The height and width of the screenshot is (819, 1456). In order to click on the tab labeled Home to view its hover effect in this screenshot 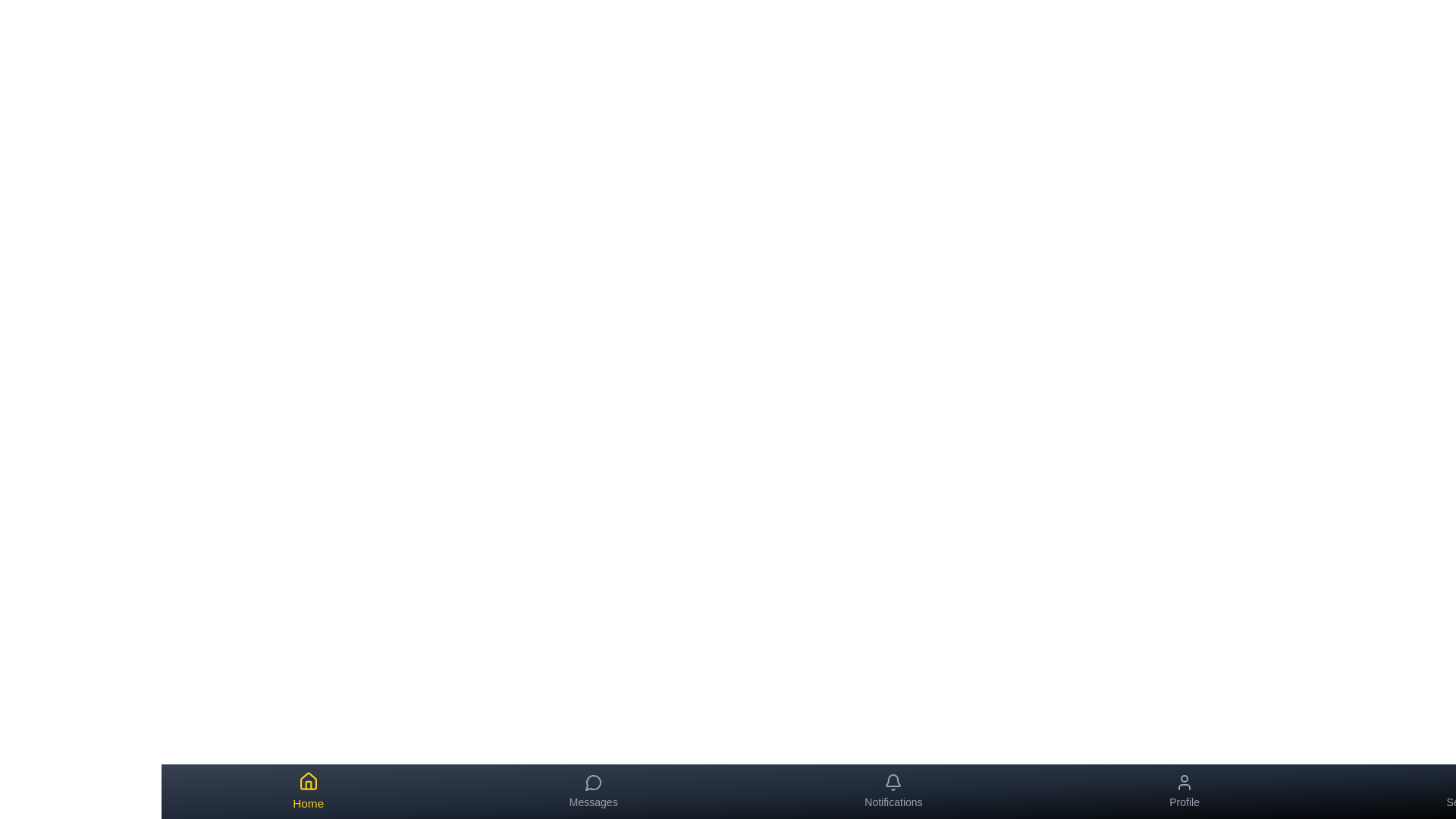, I will do `click(307, 791)`.